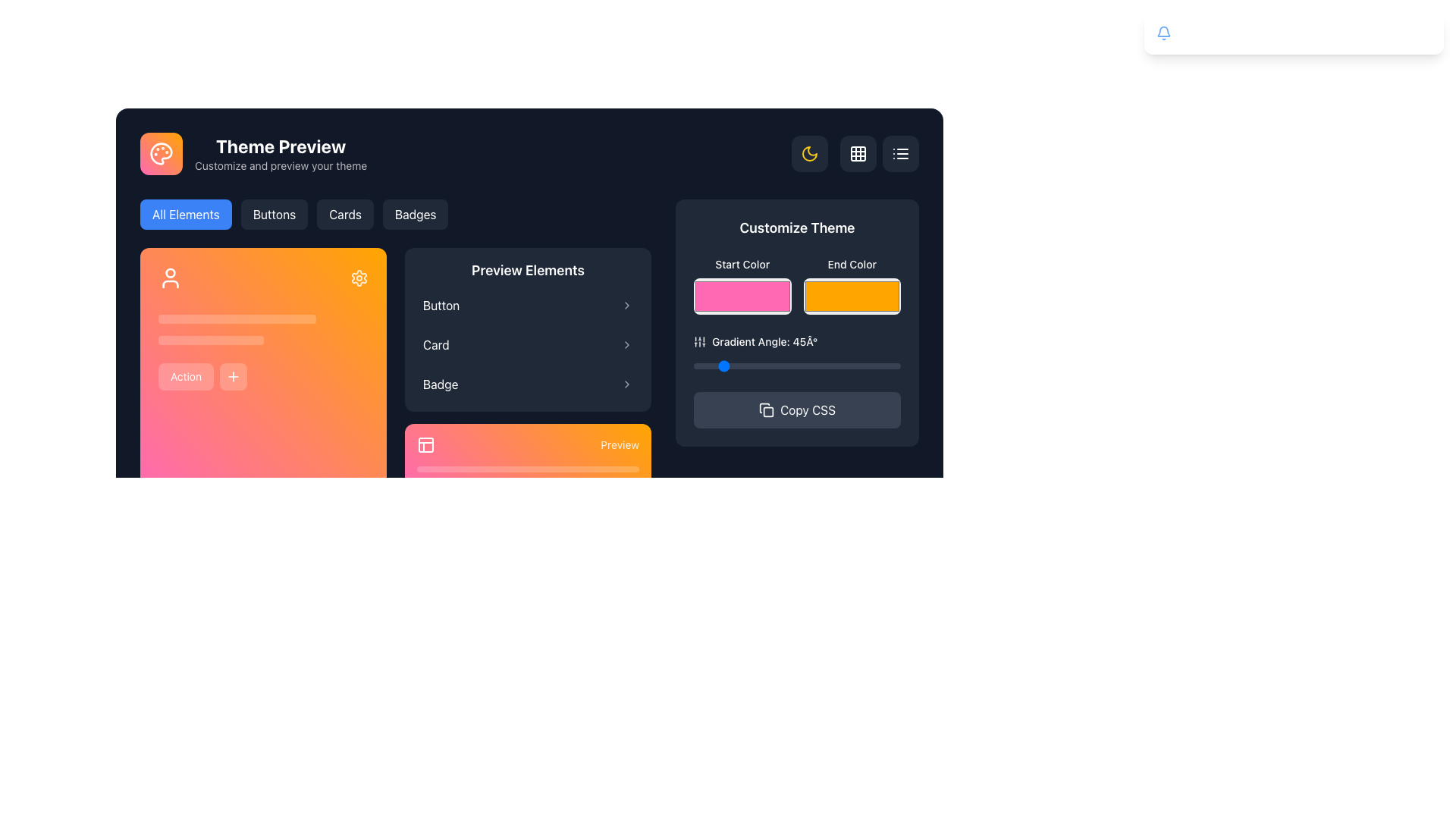 Image resolution: width=1456 pixels, height=819 pixels. Describe the element at coordinates (742, 263) in the screenshot. I see `the 'Start Color' label, which is a small-sized, medium-weight text positioned in the top-left corner of the Customize Theme section, above the corresponding color input field` at that location.